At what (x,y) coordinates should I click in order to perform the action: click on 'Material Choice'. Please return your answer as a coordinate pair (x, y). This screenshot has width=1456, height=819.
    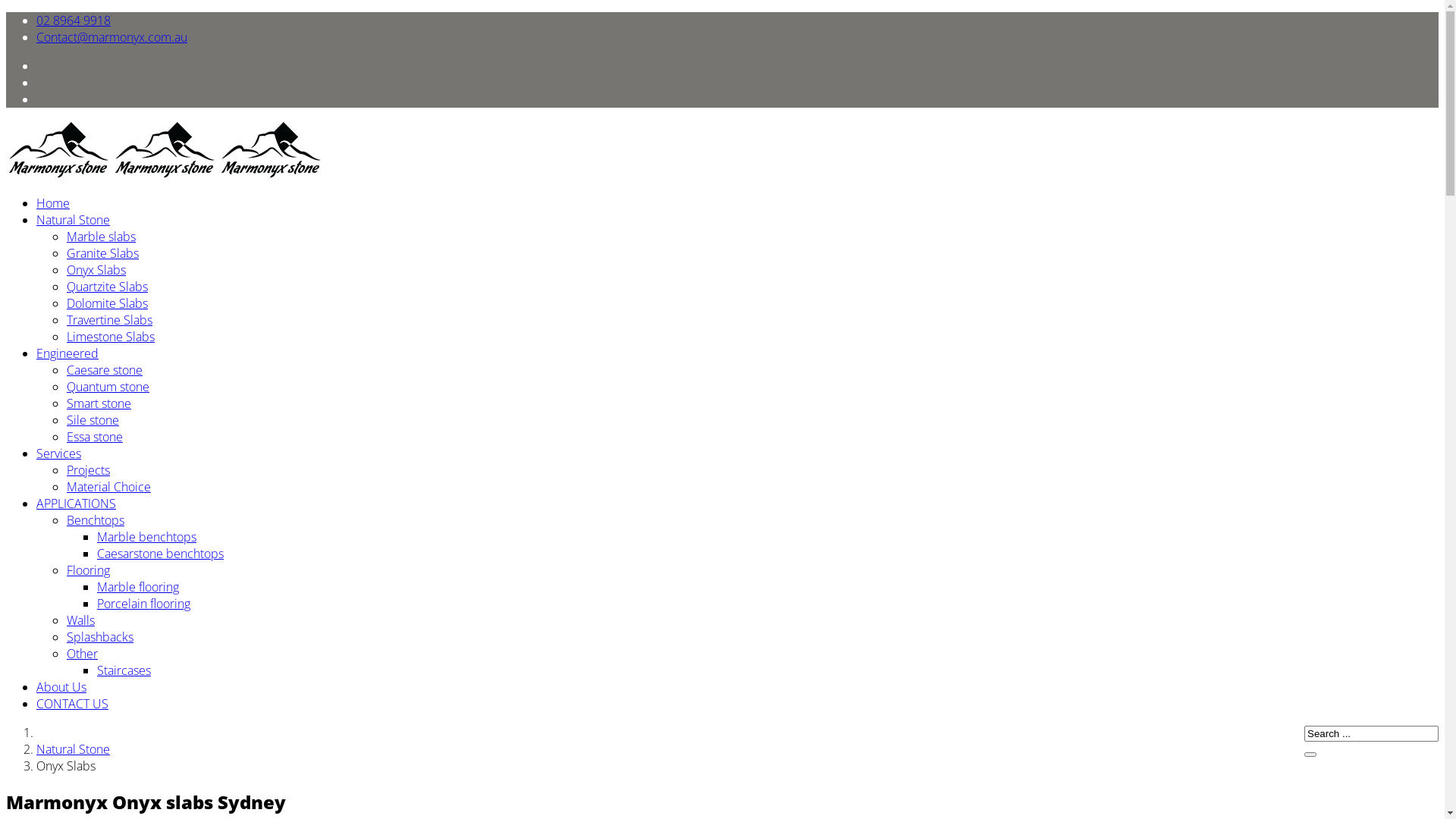
    Looking at the image, I should click on (108, 486).